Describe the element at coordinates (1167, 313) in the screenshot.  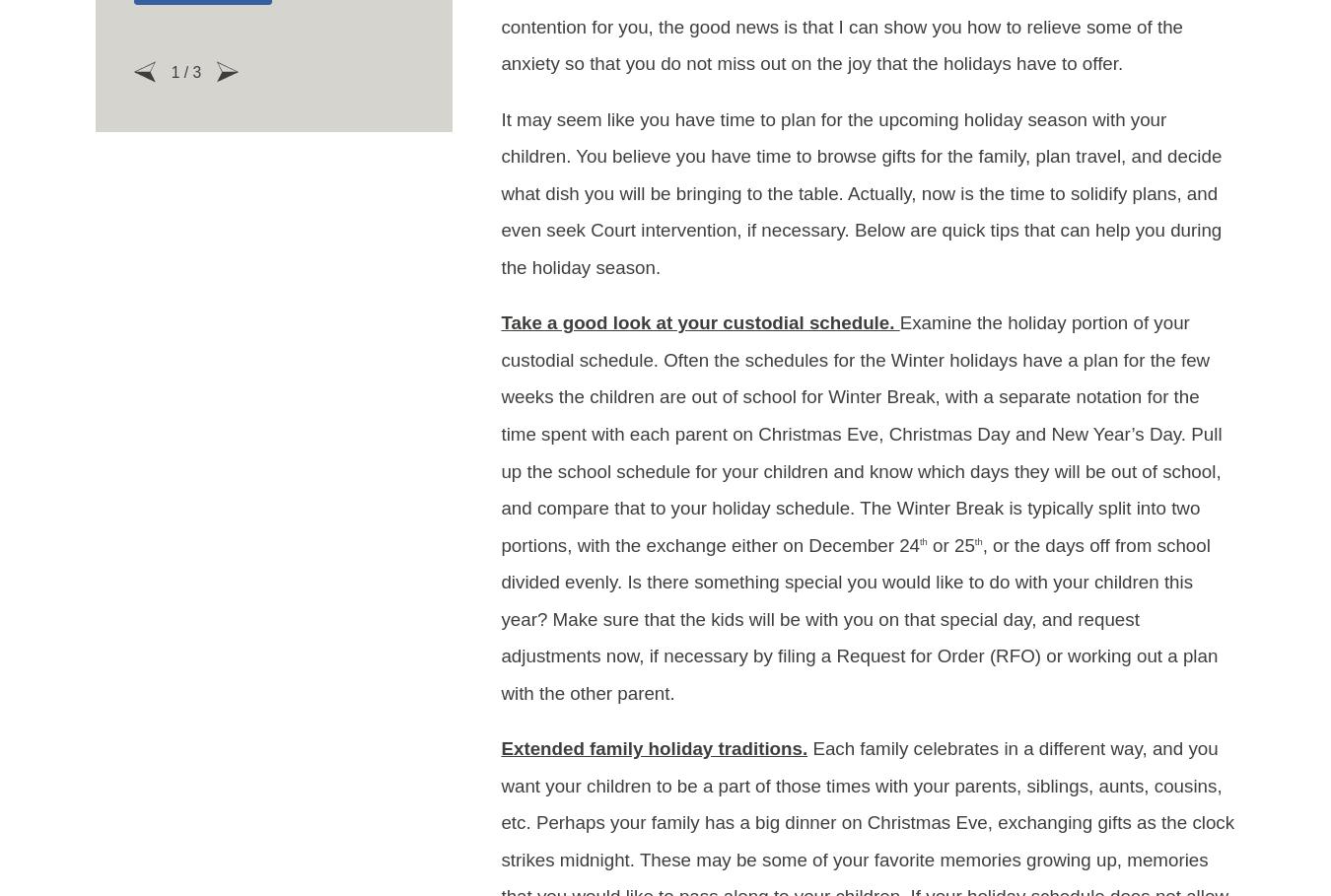
I see `'Next Post'` at that location.